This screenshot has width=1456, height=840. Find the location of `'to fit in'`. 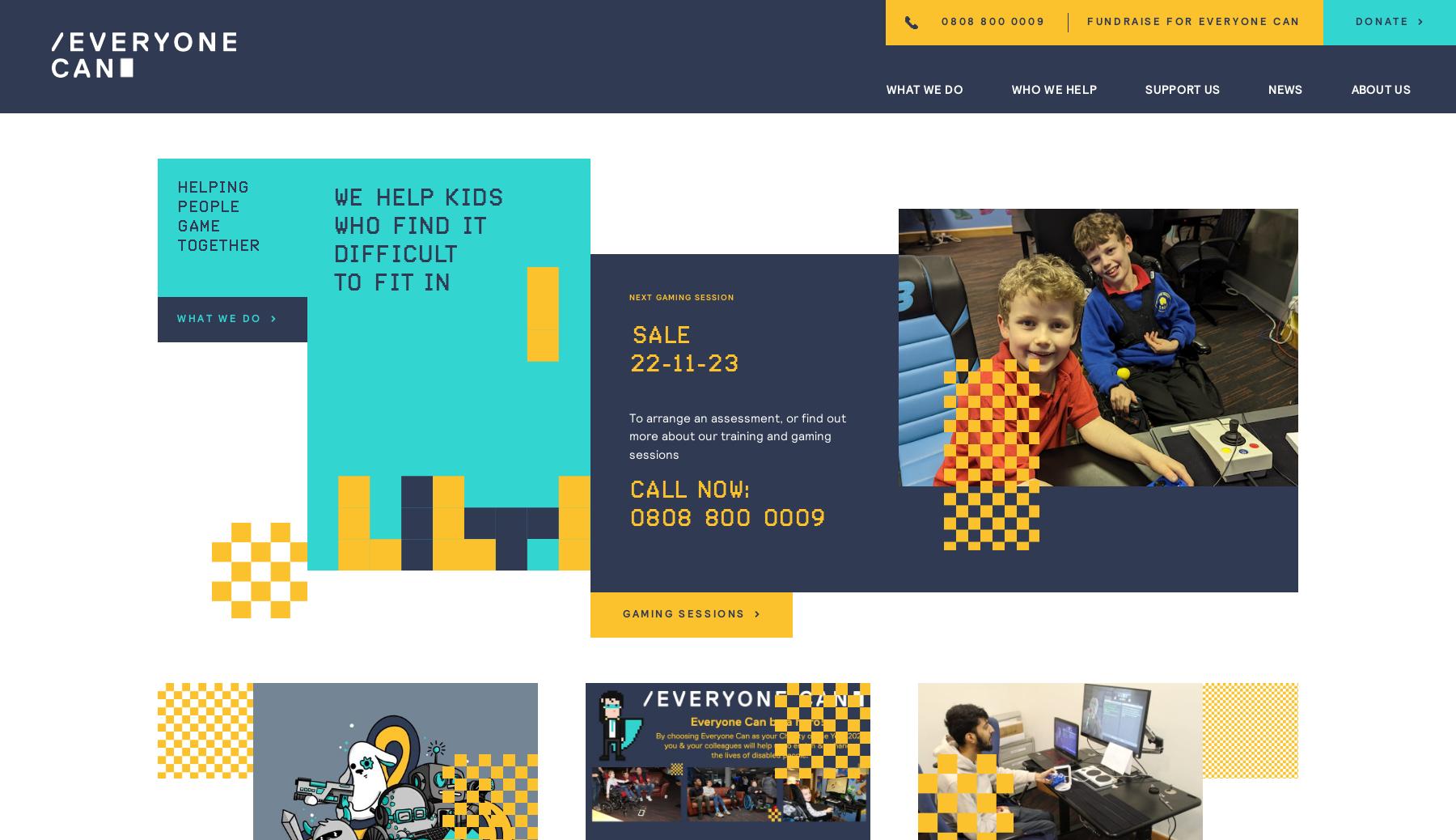

'to fit in' is located at coordinates (332, 283).